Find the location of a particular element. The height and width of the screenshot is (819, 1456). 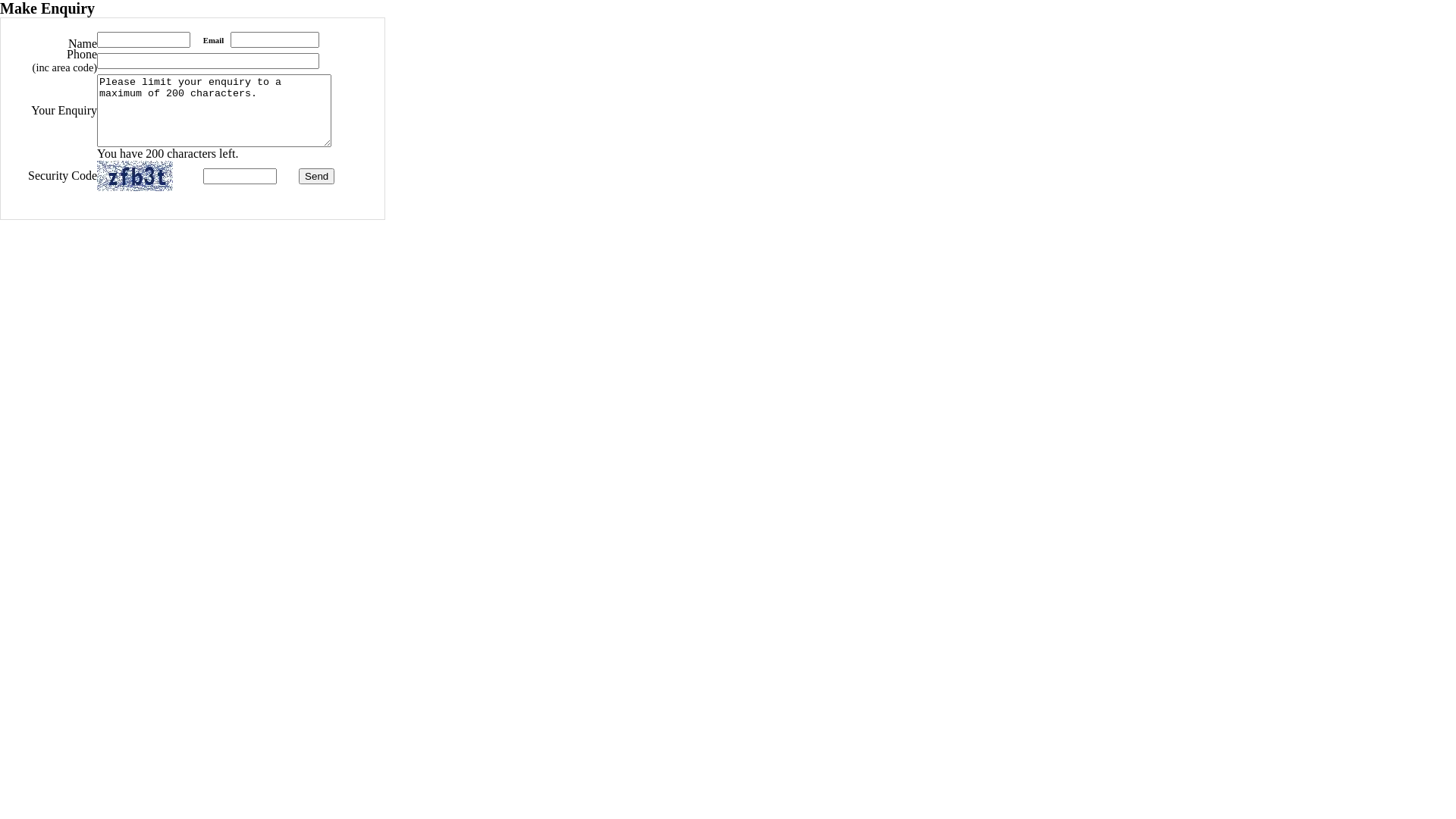

'Send' is located at coordinates (315, 175).